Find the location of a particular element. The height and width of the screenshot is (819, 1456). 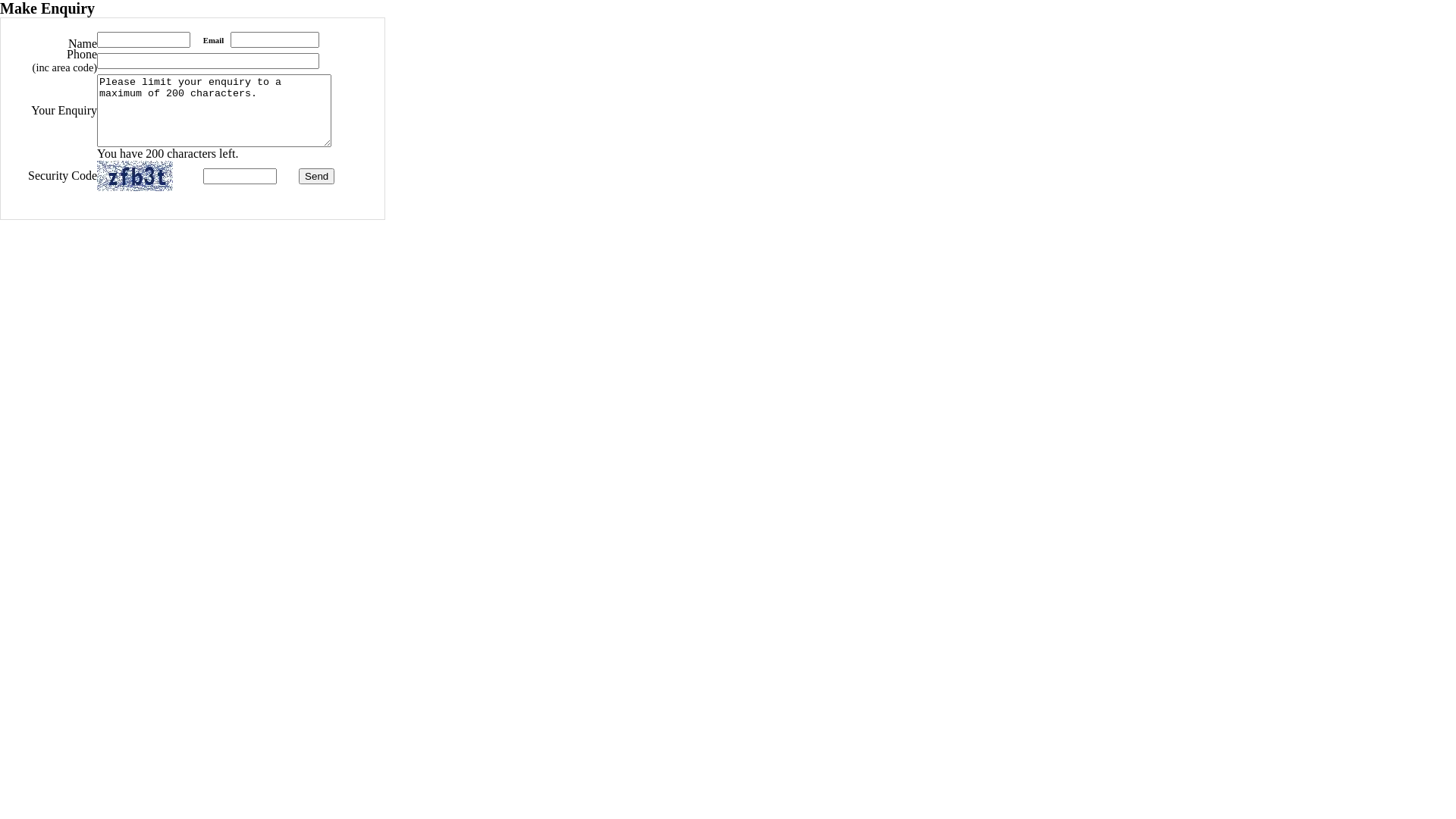

'Send' is located at coordinates (315, 175).